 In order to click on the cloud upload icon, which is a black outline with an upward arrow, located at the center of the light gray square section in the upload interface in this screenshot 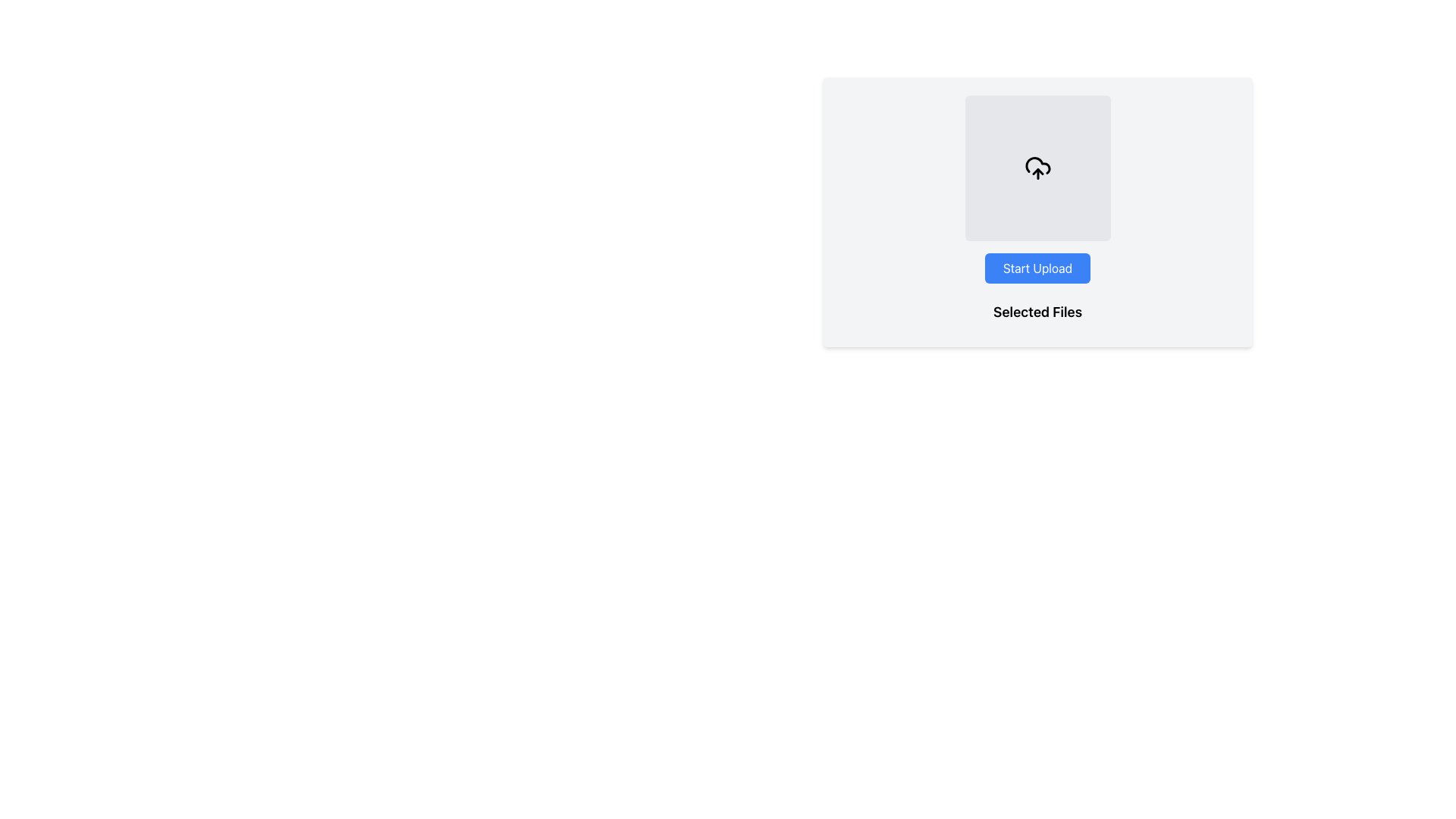, I will do `click(1037, 168)`.